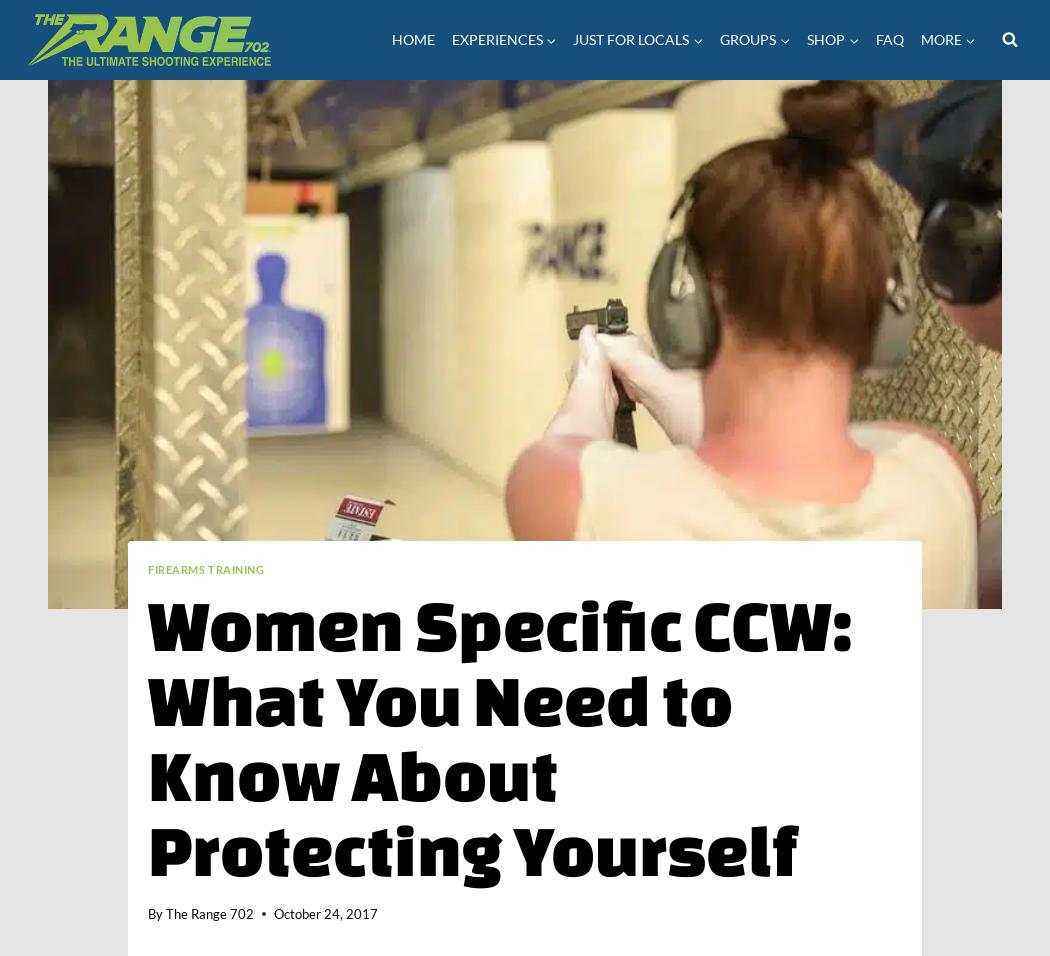  Describe the element at coordinates (718, 37) in the screenshot. I see `'Groups'` at that location.